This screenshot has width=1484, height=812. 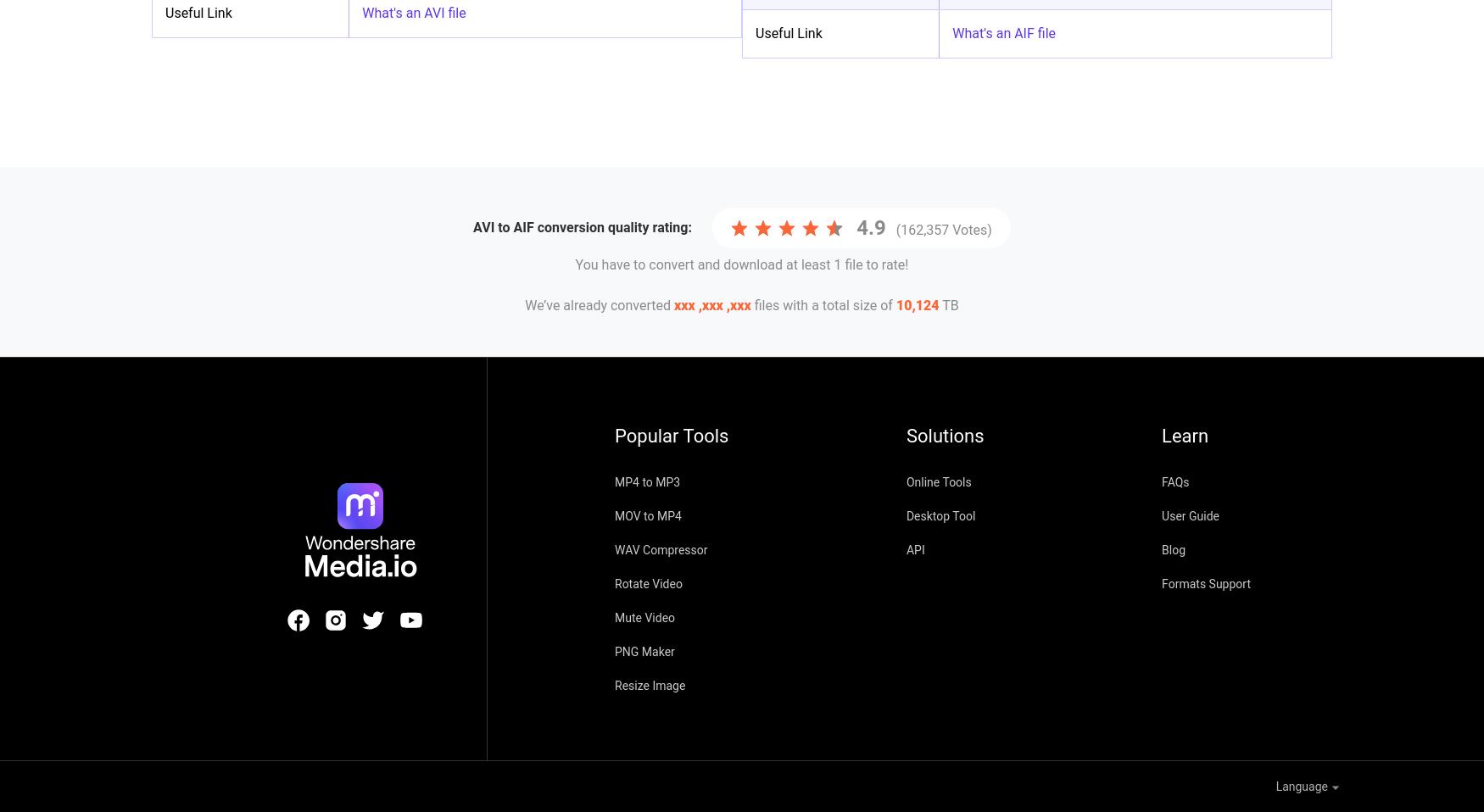 I want to click on 'Mute Video', so click(x=615, y=618).